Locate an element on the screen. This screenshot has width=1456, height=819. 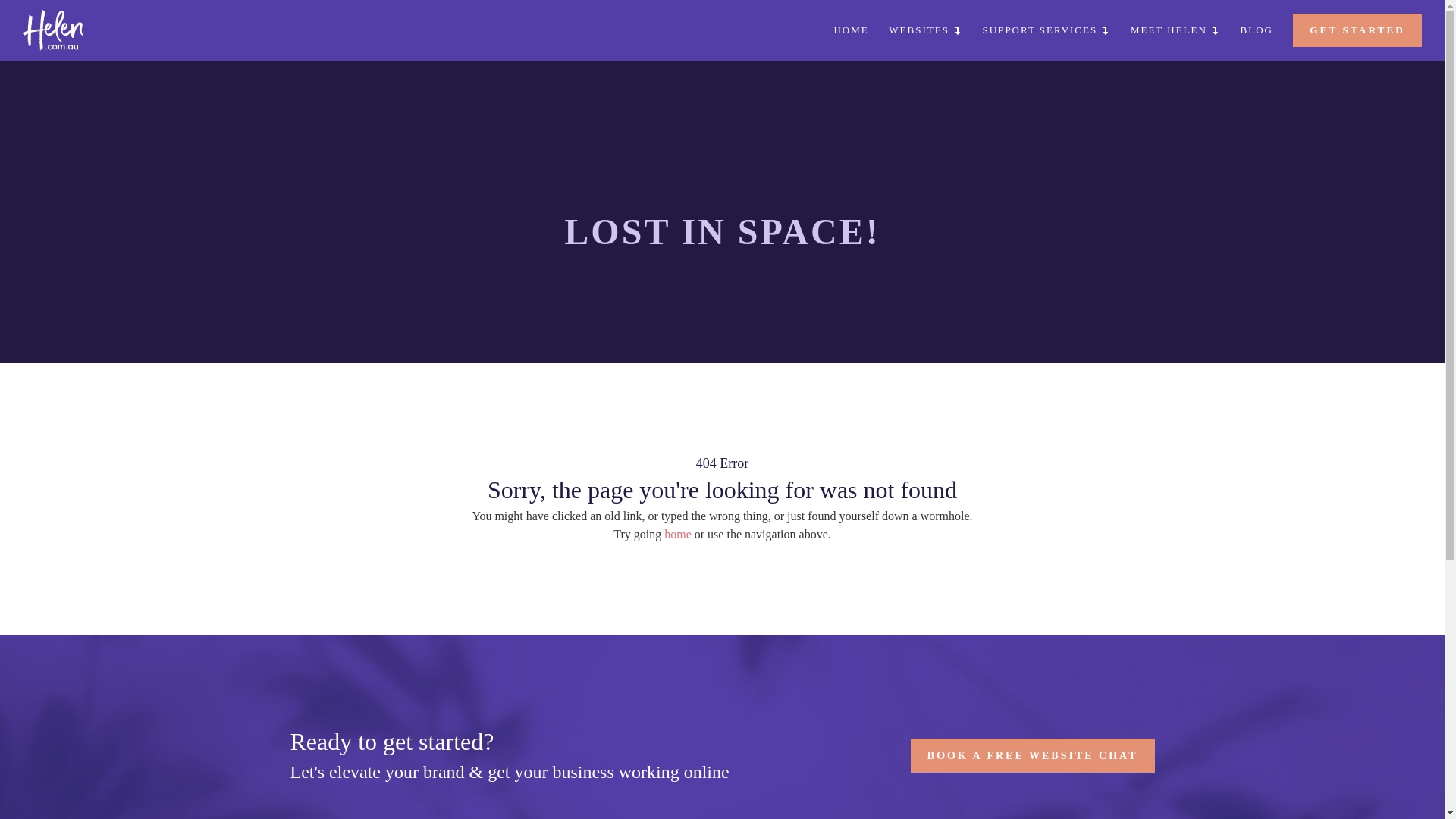
'home' is located at coordinates (676, 533).